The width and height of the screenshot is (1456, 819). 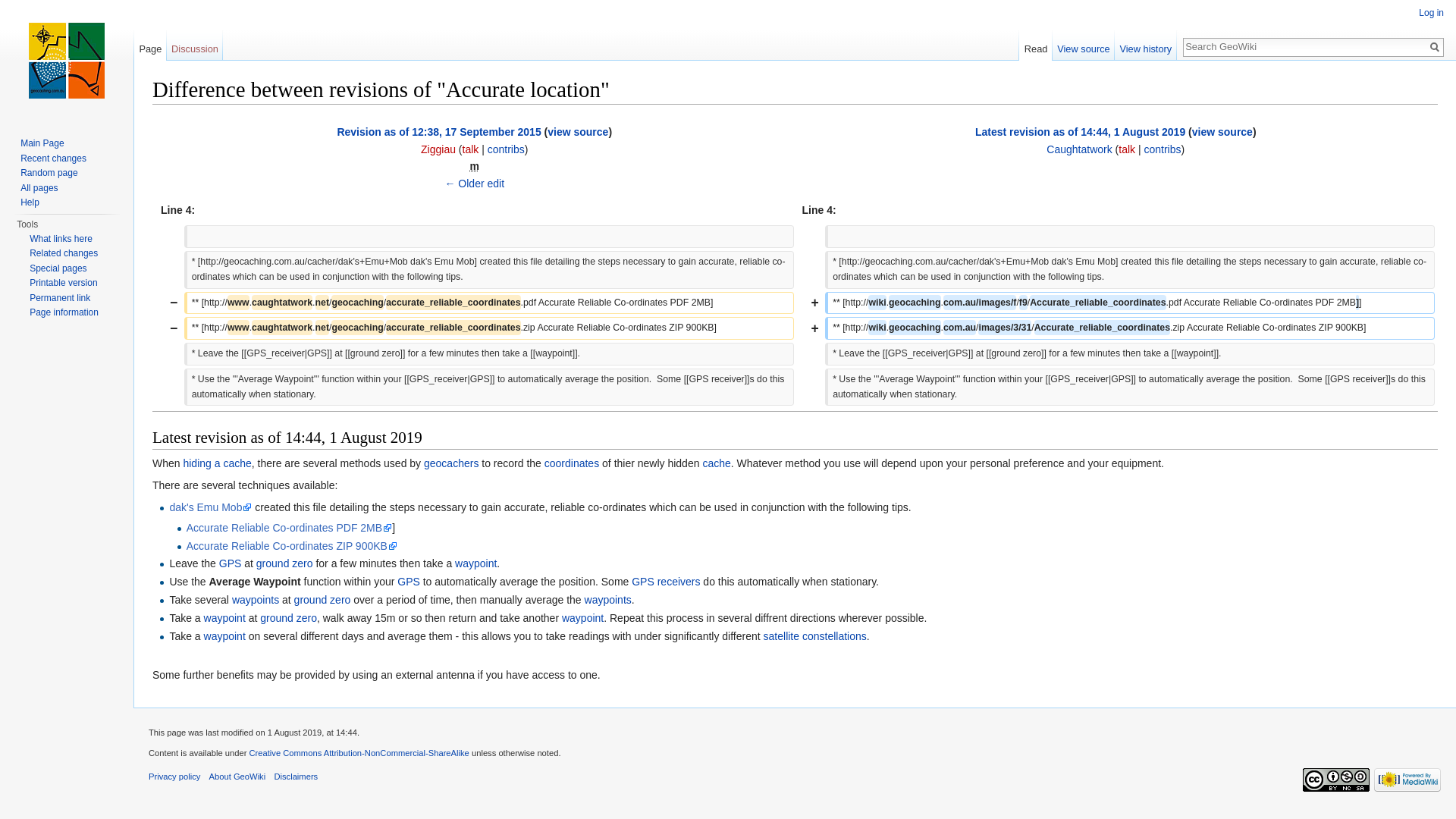 What do you see at coordinates (1304, 45) in the screenshot?
I see `'Search GeoWiki [alt-shift-f]'` at bounding box center [1304, 45].